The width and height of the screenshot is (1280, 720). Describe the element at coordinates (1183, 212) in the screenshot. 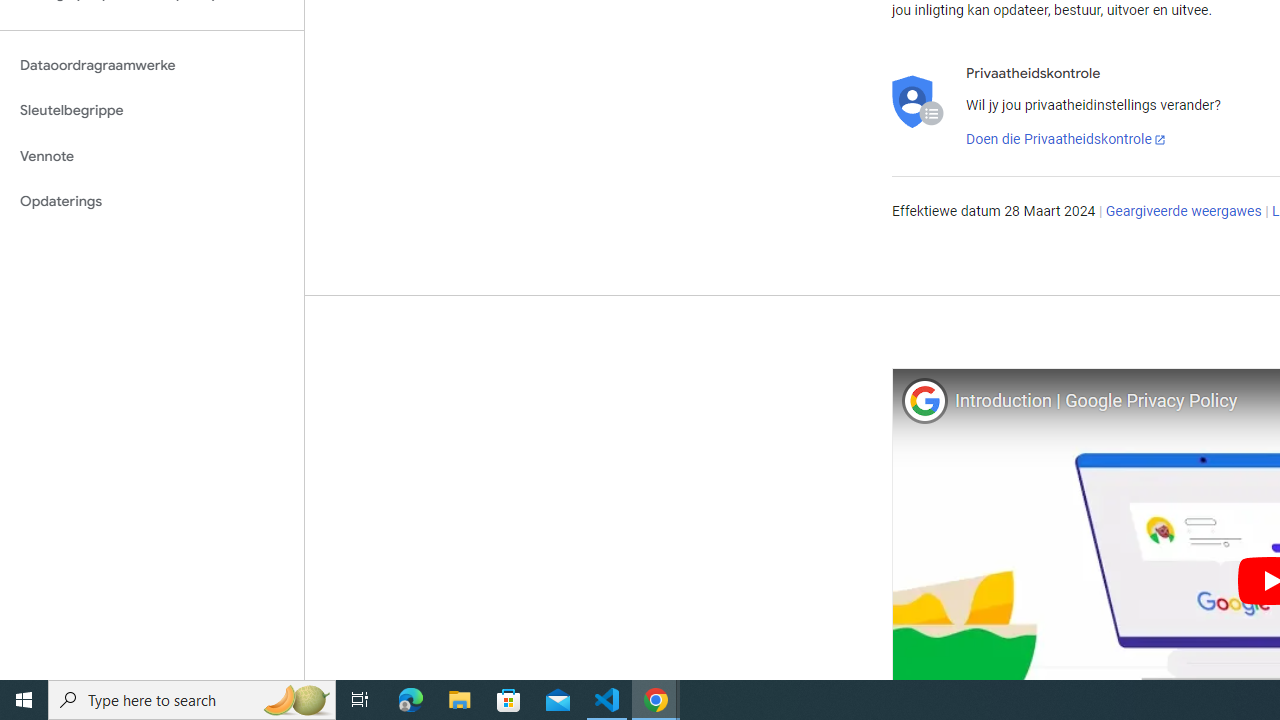

I see `'Geargiveerde weergawes'` at that location.